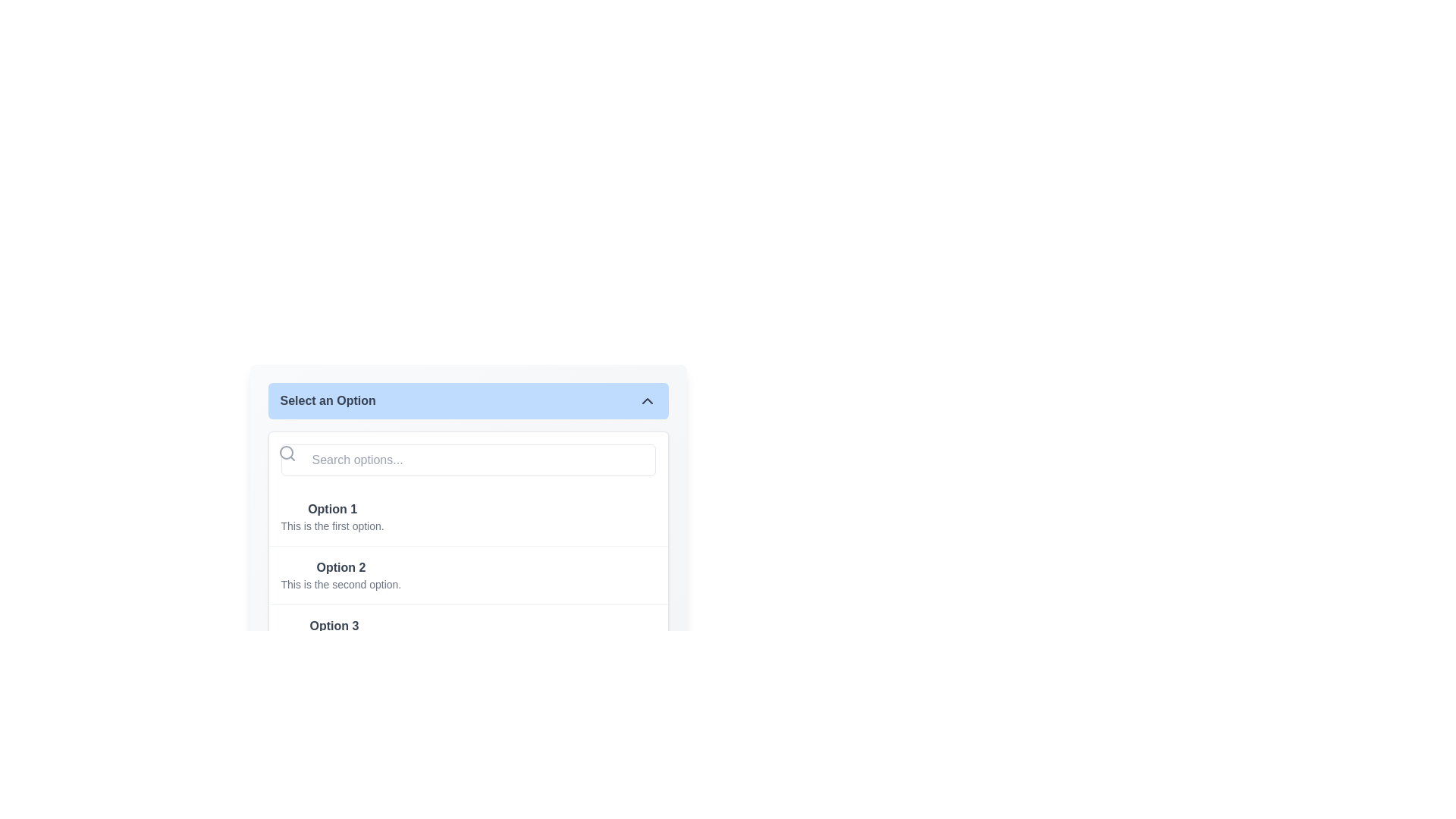  I want to click on the SVG Circle representing the lens of the search icon located in the top-left corner of the dropdown interface, so click(286, 452).